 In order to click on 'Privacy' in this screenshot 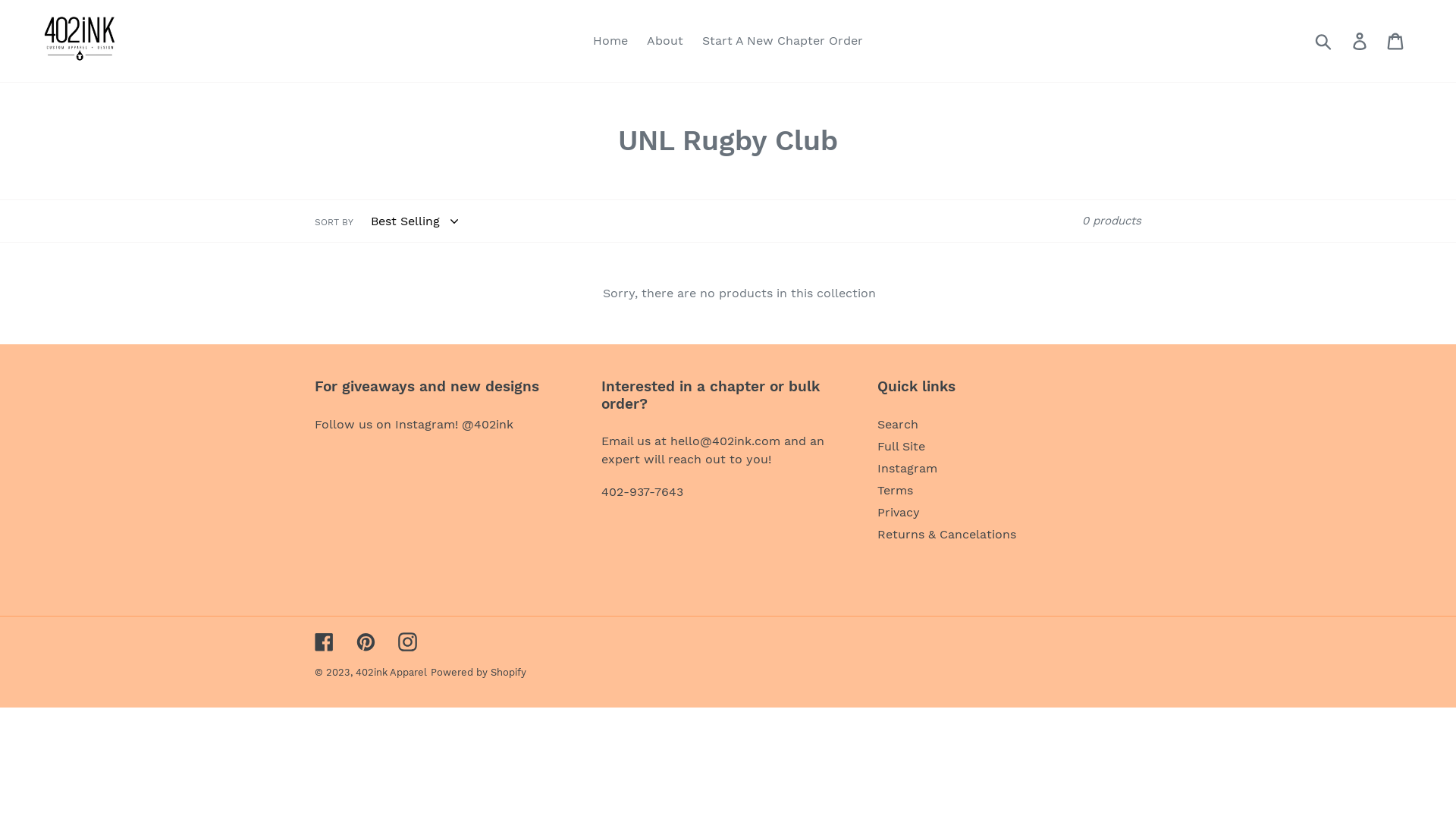, I will do `click(899, 512)`.